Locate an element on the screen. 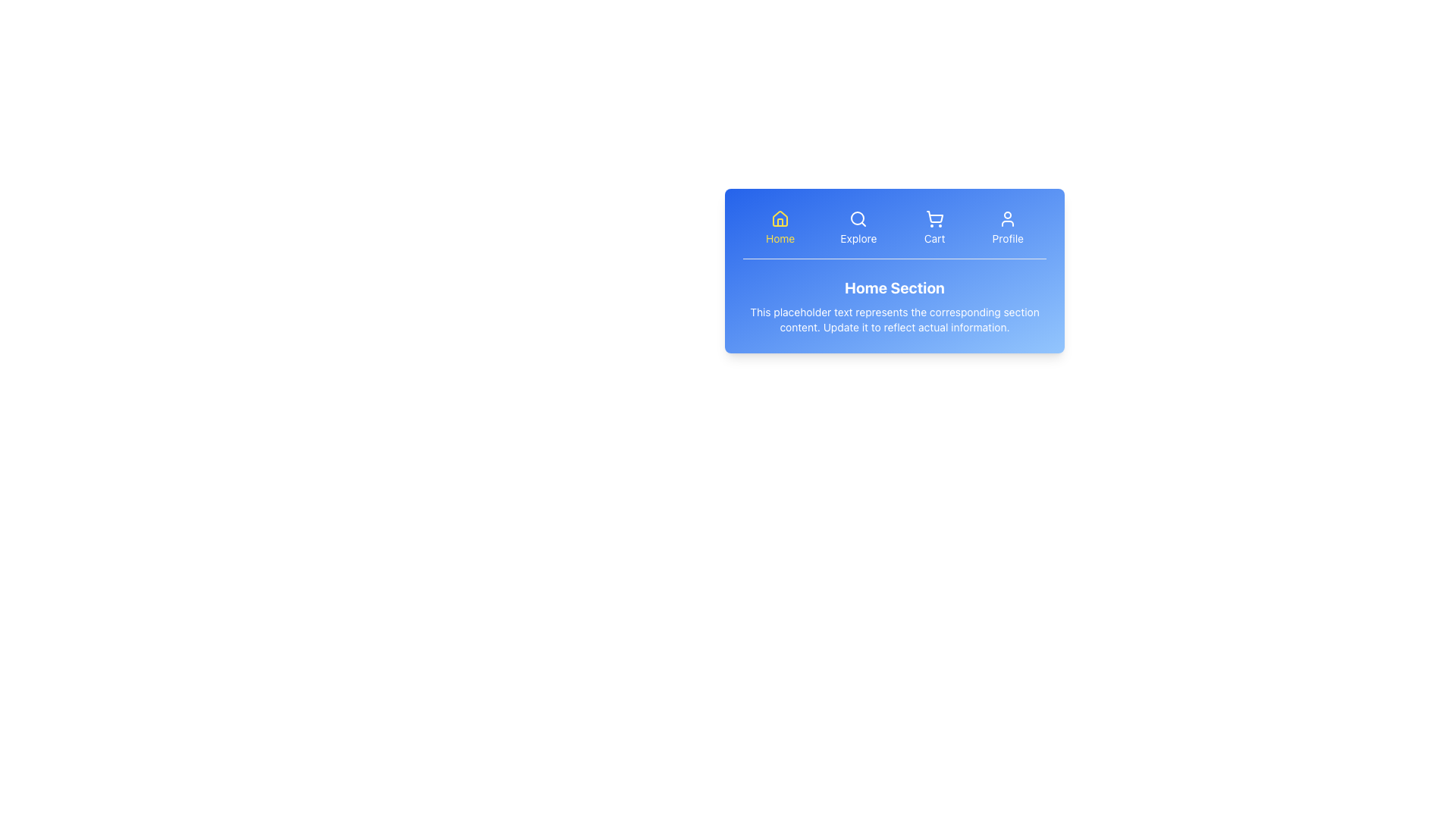  the 'Home' icon located in the top left section of the navigation bar, which serves as a visual indicator for navigating to the home section of the application is located at coordinates (780, 219).